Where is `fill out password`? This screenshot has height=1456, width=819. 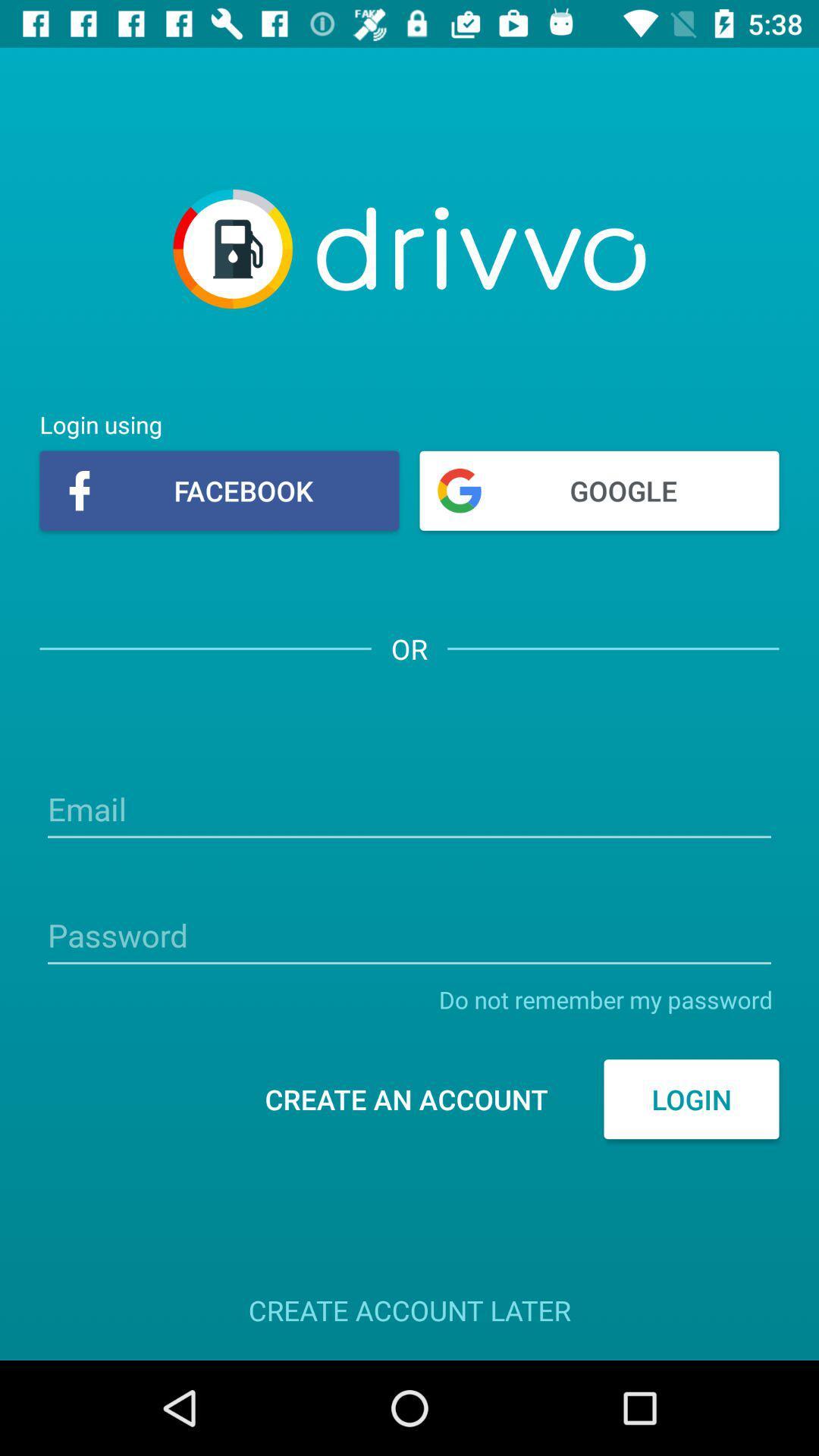
fill out password is located at coordinates (409, 937).